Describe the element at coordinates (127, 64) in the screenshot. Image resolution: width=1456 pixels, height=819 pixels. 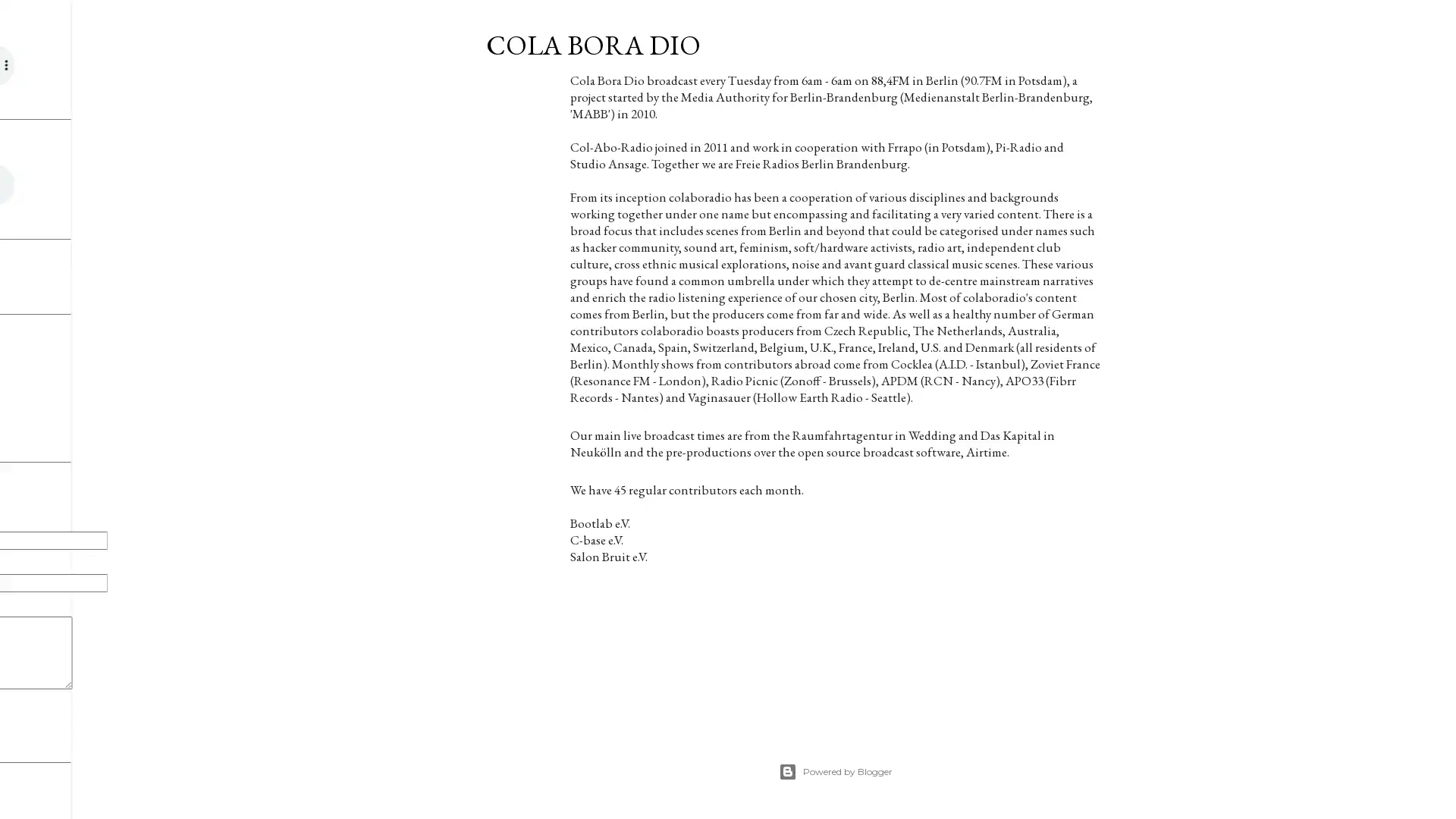
I see `mute` at that location.